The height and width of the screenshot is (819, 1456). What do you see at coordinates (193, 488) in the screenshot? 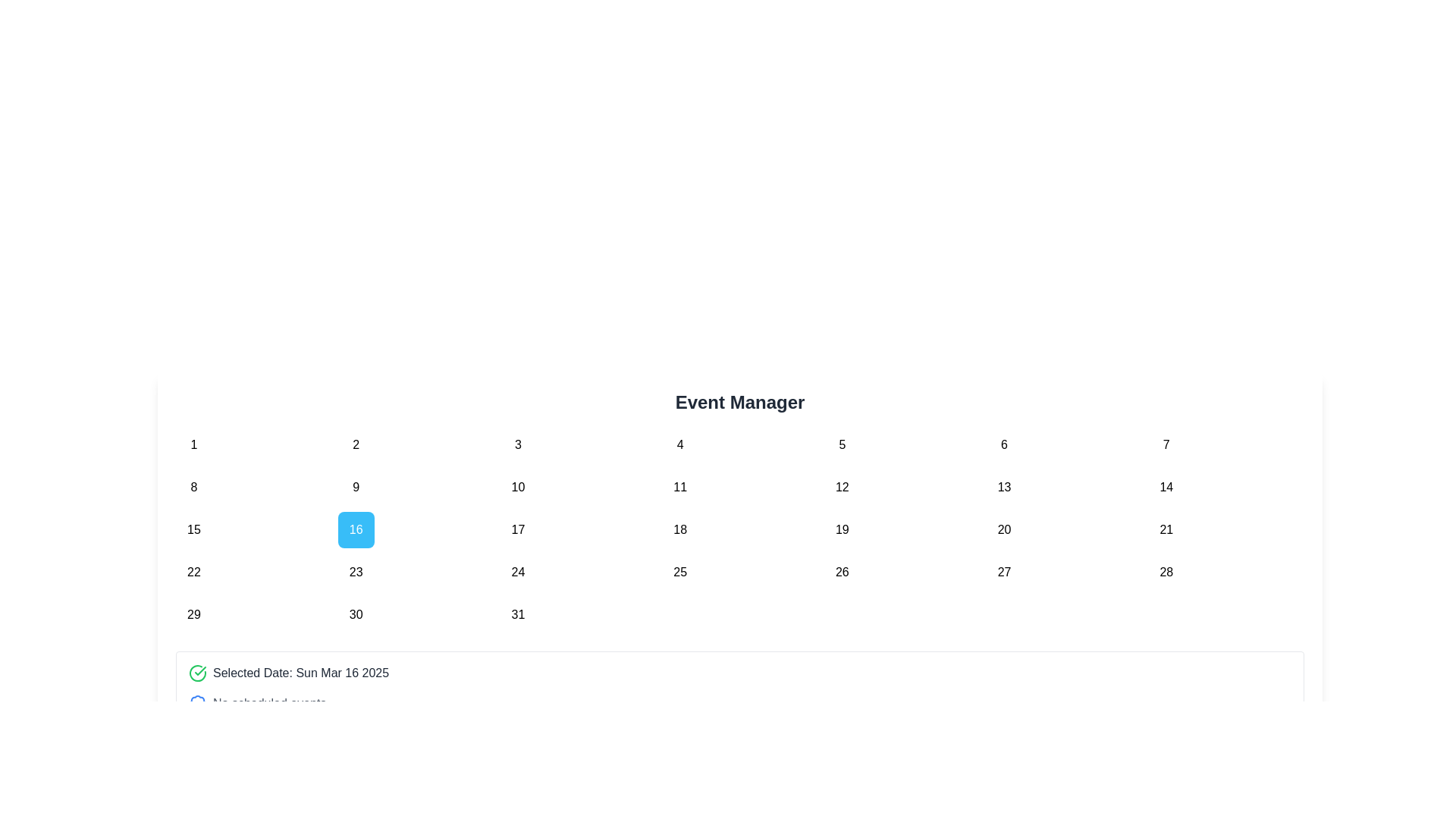
I see `the square button labeled '8' with a rounded border` at bounding box center [193, 488].